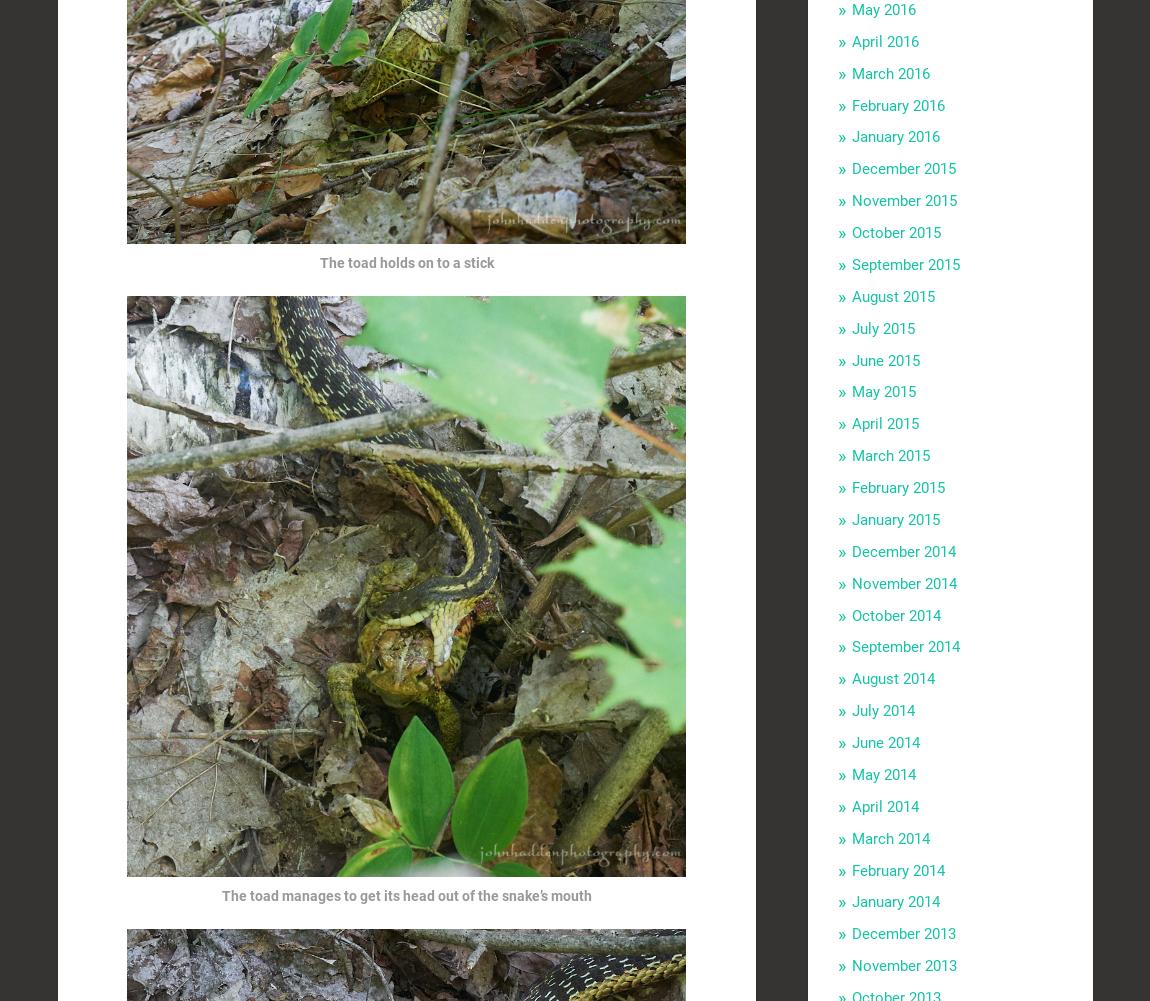  What do you see at coordinates (905, 262) in the screenshot?
I see `'September 2015'` at bounding box center [905, 262].